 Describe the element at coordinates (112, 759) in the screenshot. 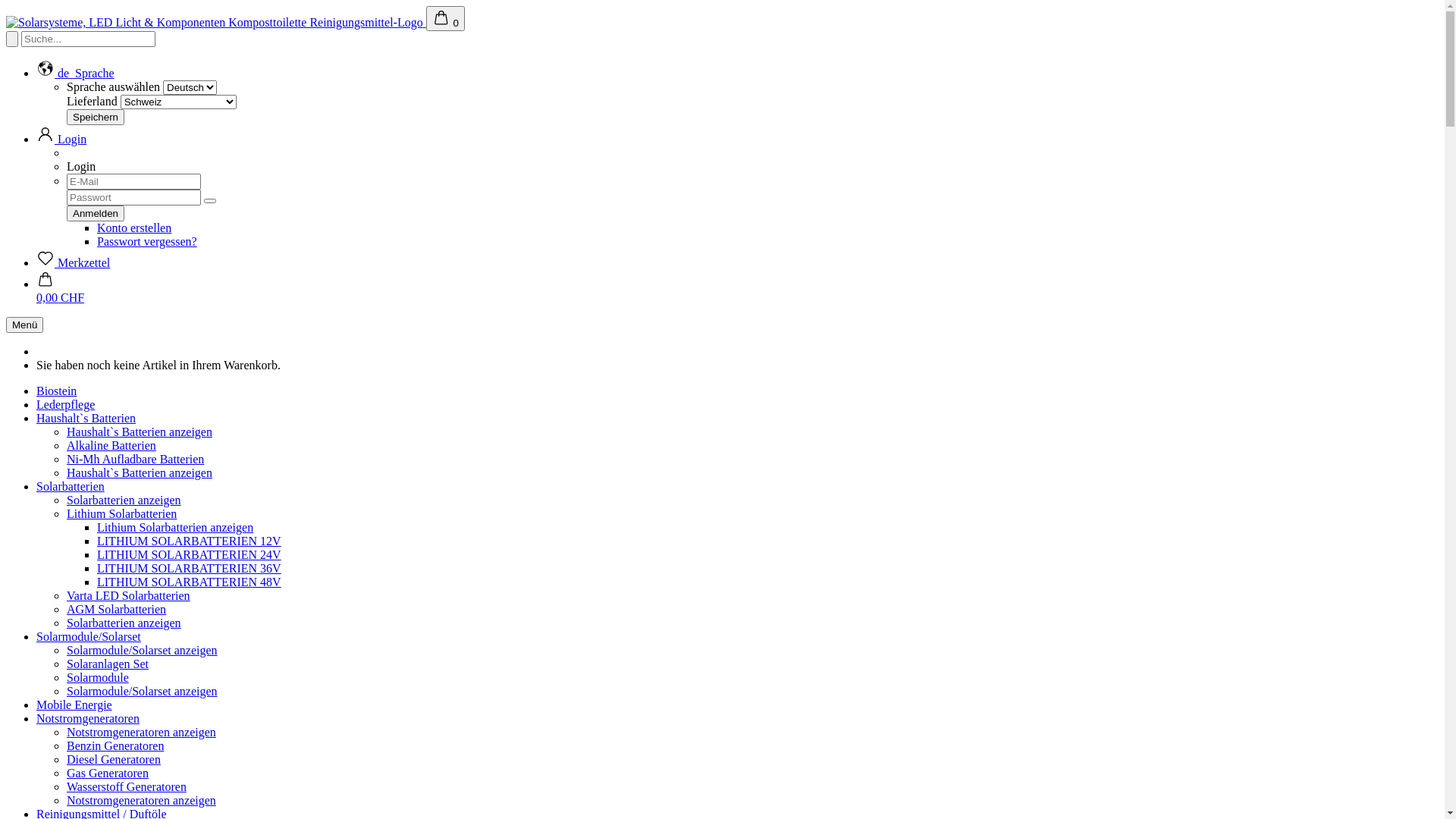

I see `'Diesel Generatoren'` at that location.